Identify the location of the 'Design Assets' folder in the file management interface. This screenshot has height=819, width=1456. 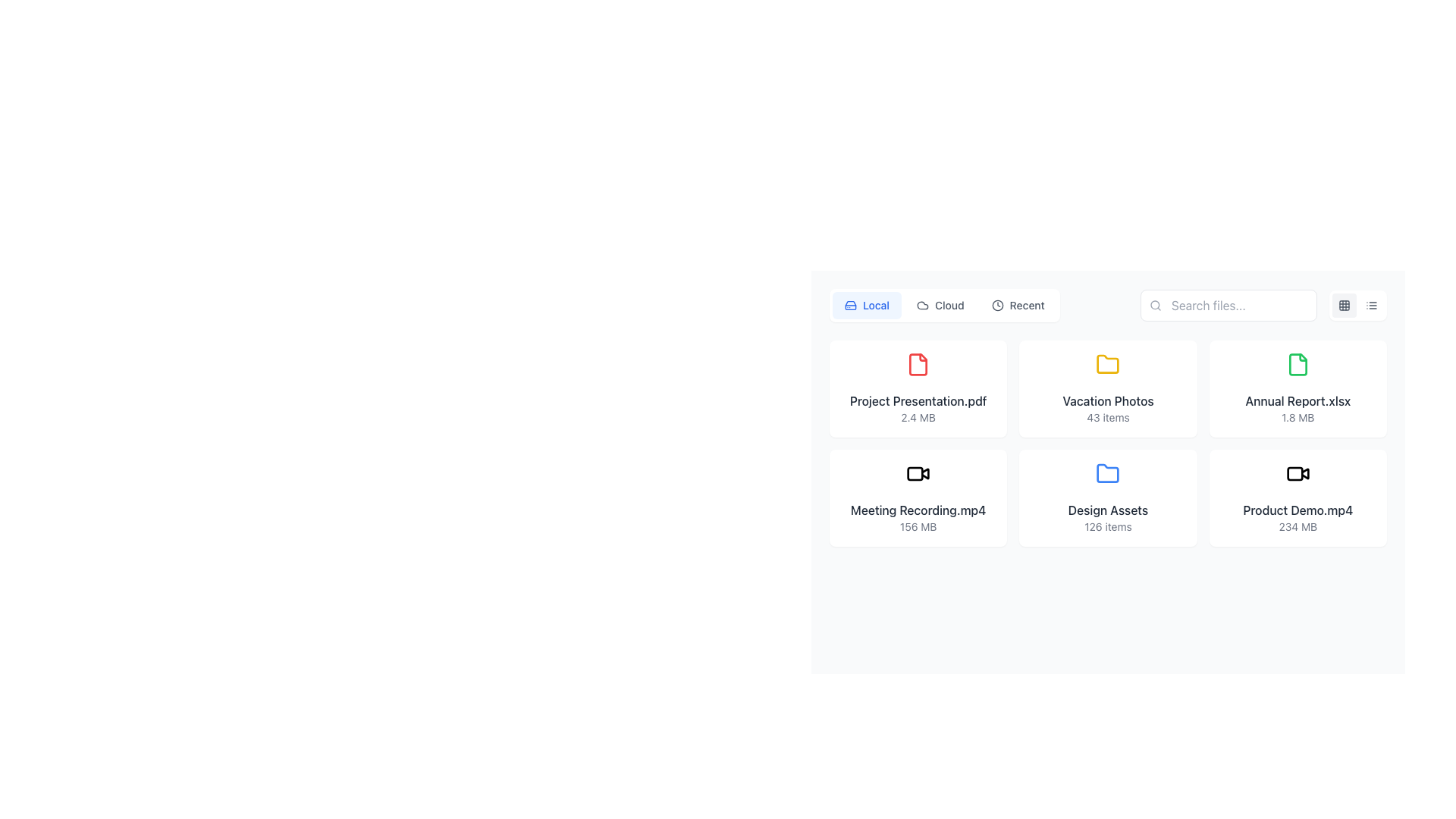
(1108, 497).